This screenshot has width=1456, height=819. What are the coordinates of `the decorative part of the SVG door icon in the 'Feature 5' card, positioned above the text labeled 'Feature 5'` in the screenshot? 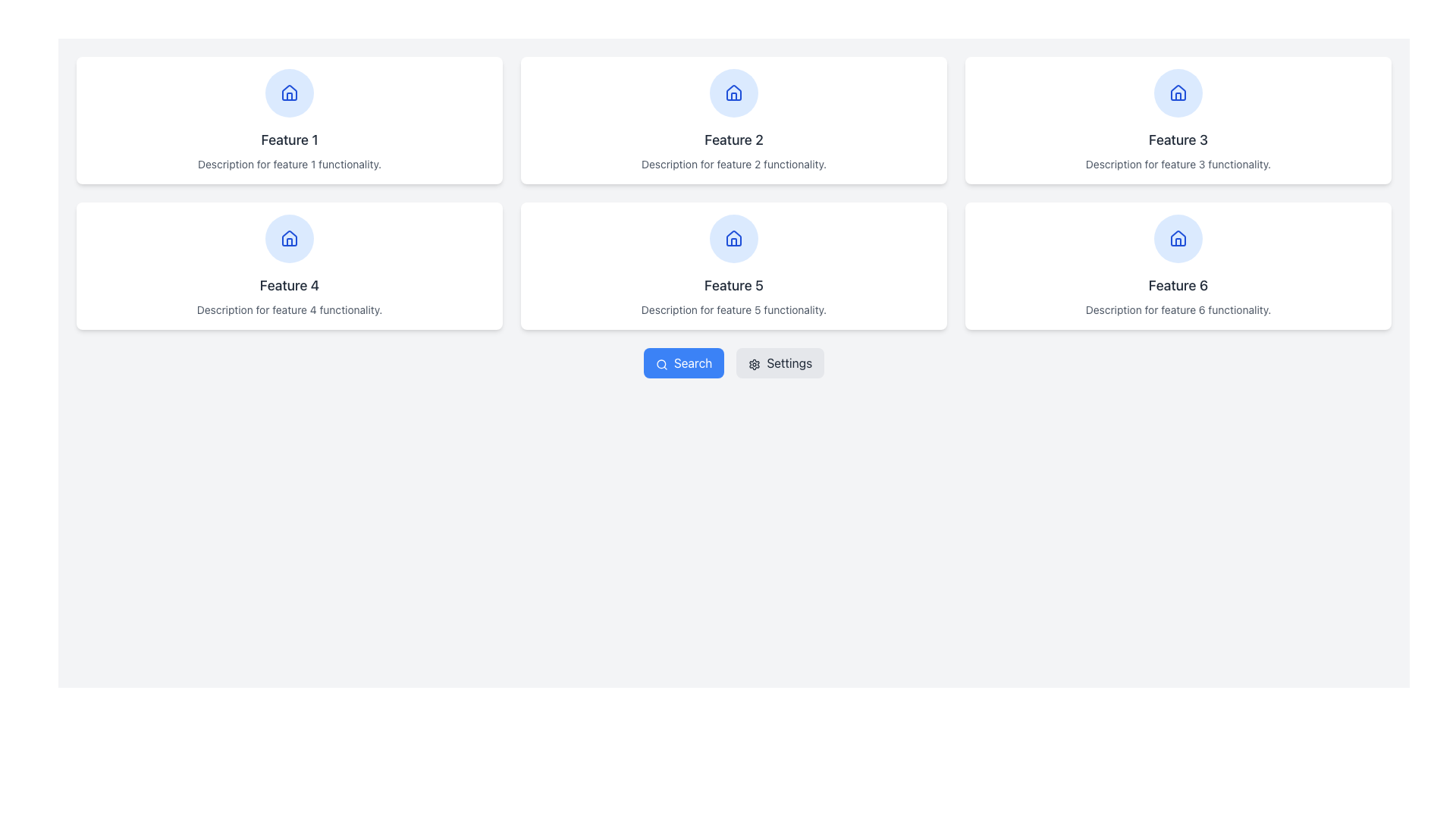 It's located at (734, 241).